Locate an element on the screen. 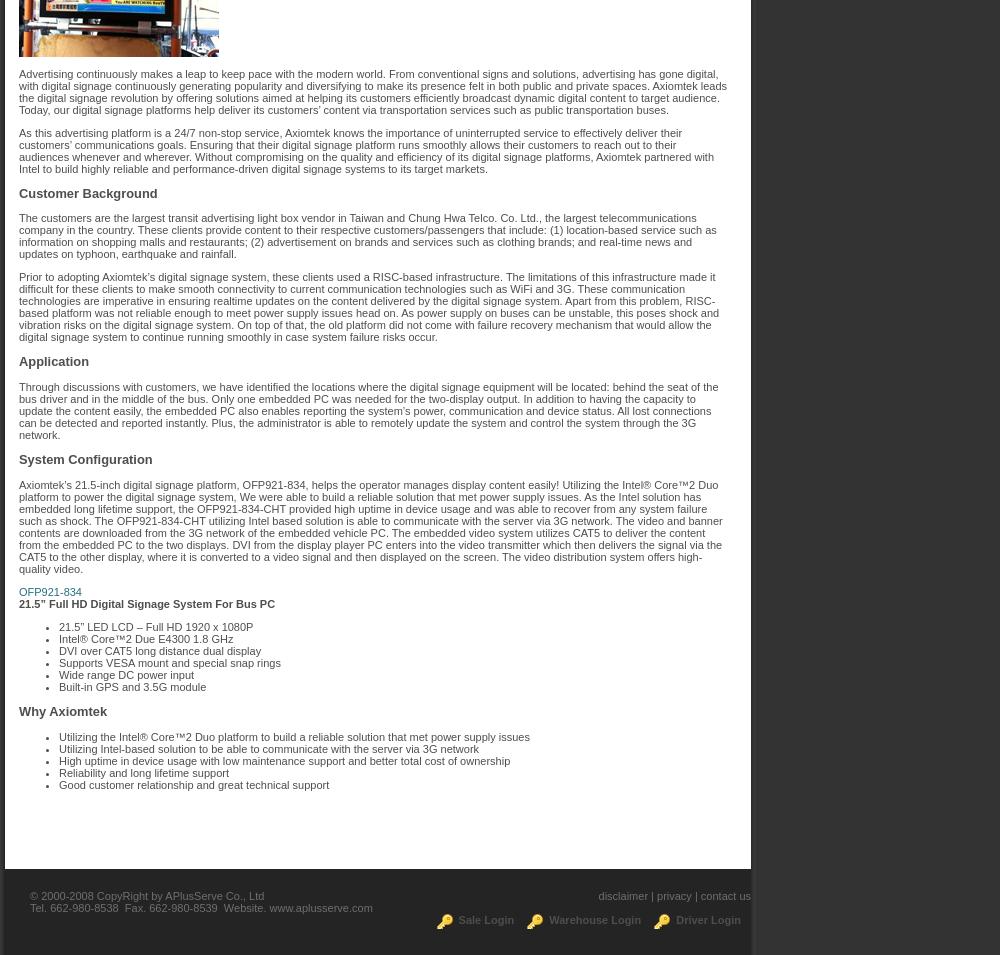  'Prior to adopting Axiomtek’s digital signage system, these clients used a RISC-based infrastructure. The limitations of this infrastructure made it difficult for these clients to make smooth connectivity to current communication technologies such as WiFi and 3G. These communication technologies are imperative in ensuring realtime updates on the content delivered by the digital signage system. Apart from this problem, RISC-based platform was not reliable enough to meet power supply issues head on. As power supply on buses can be unstable, this poses shock and vibration risks on the digital signage system. On top of that, the old platform did not come with failure recovery mechanism that would allow the digital signage system to continue running smoothly in case system failure risks occur.' is located at coordinates (368, 307).